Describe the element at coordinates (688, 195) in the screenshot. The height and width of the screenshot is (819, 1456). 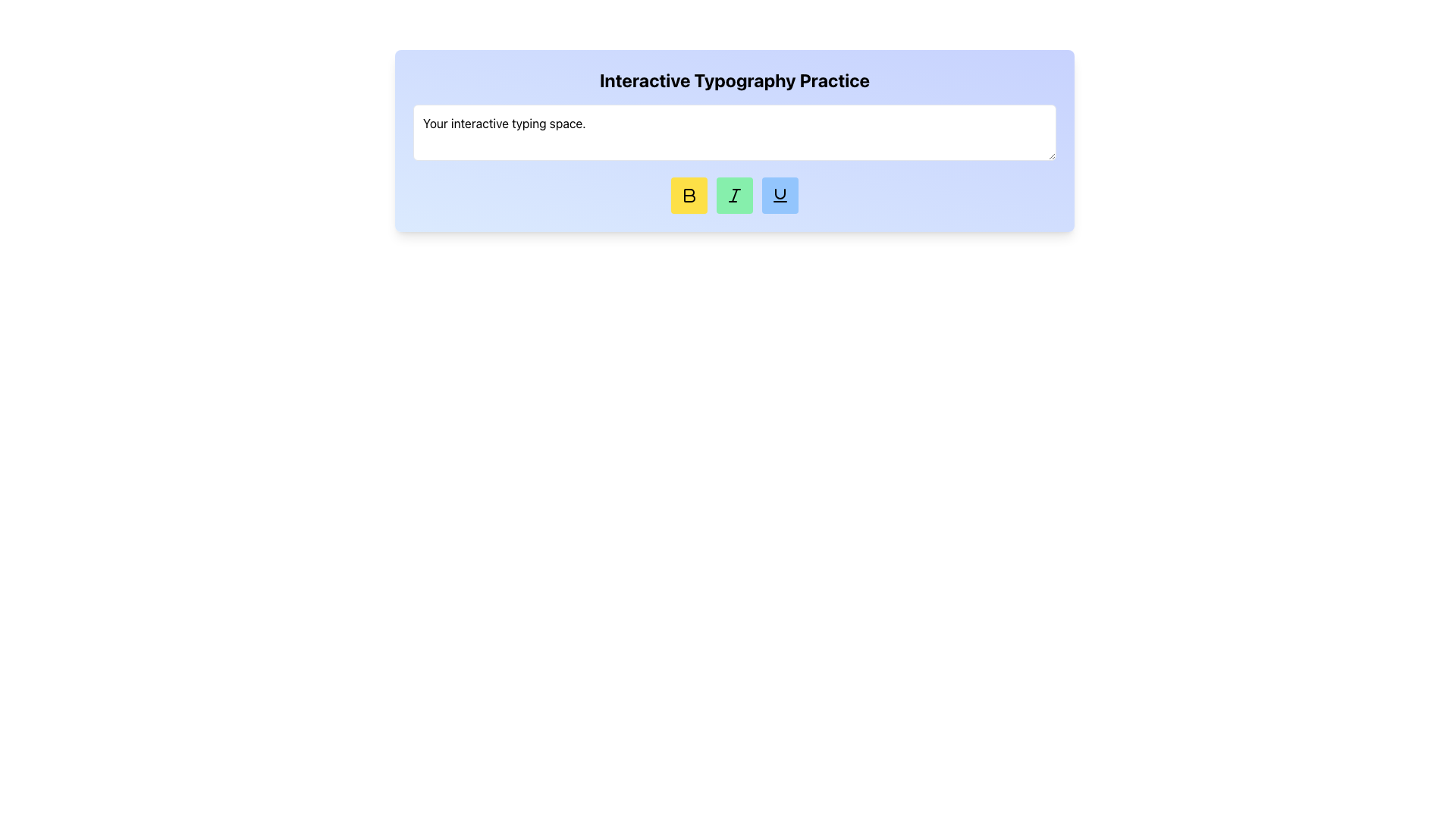
I see `the bold toggle button located as the first button in a row of three` at that location.